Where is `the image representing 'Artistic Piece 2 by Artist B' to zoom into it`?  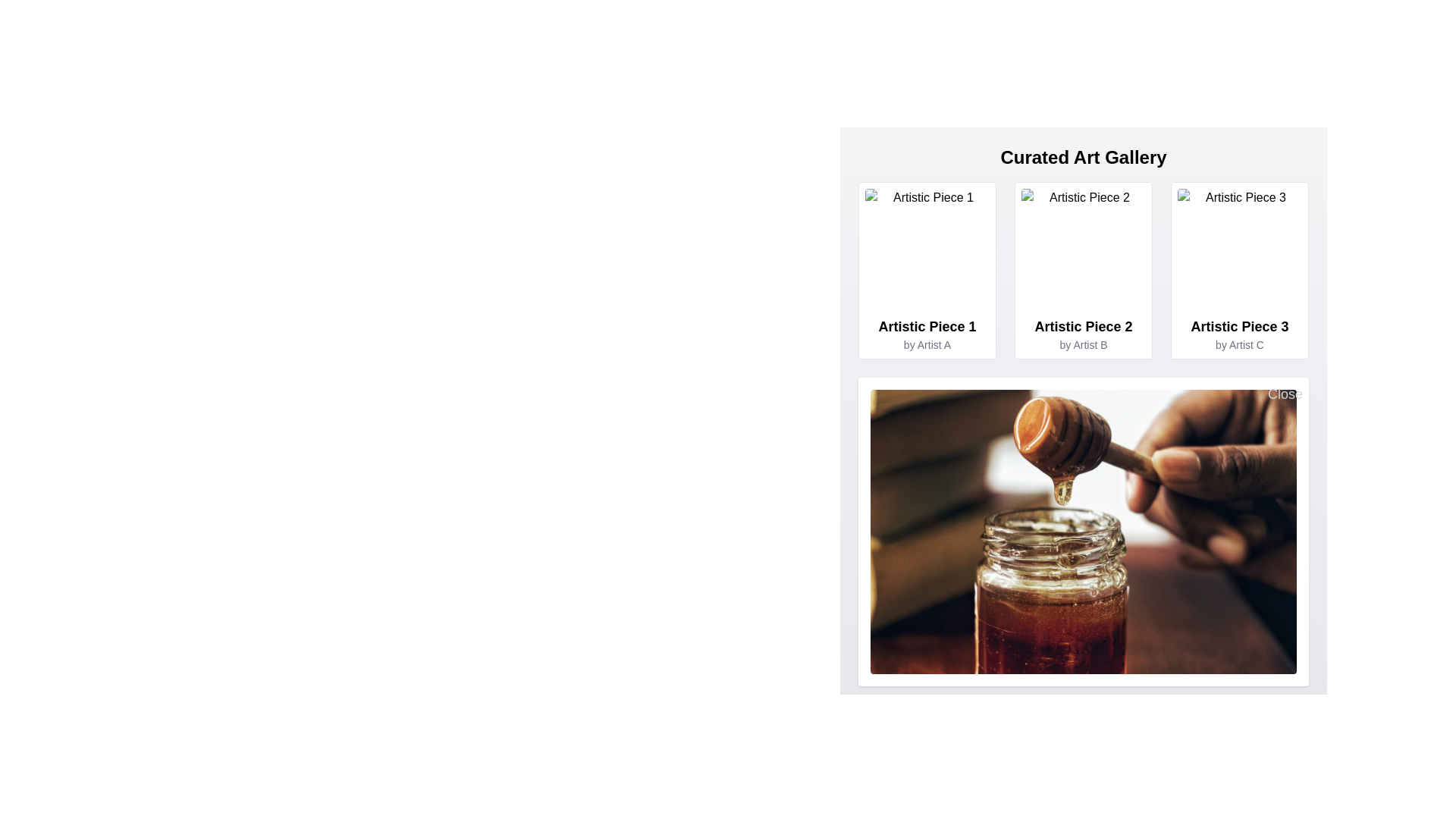 the image representing 'Artistic Piece 2 by Artist B' to zoom into it is located at coordinates (1083, 248).